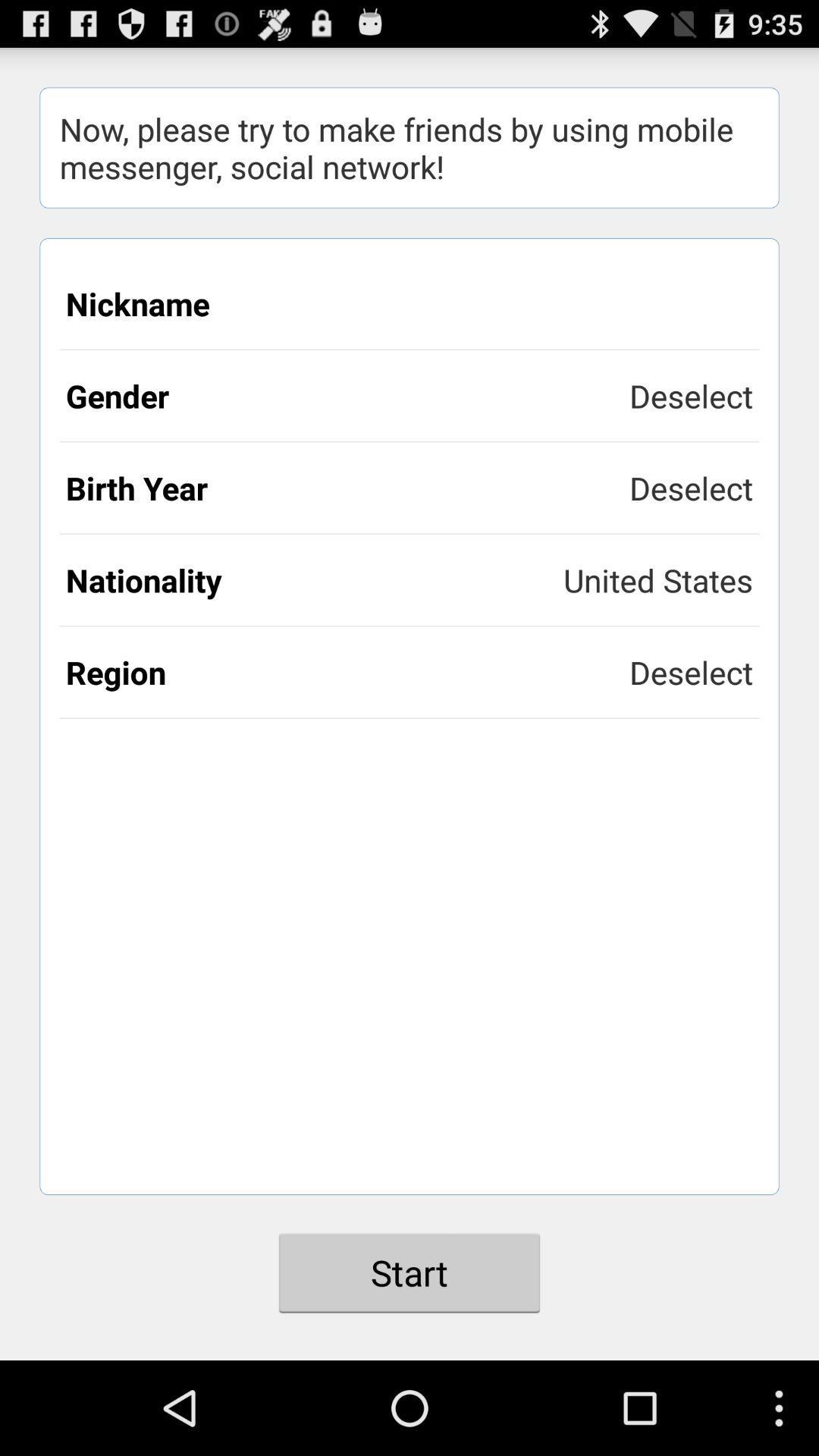 The height and width of the screenshot is (1456, 819). I want to click on the item below gender item, so click(347, 488).